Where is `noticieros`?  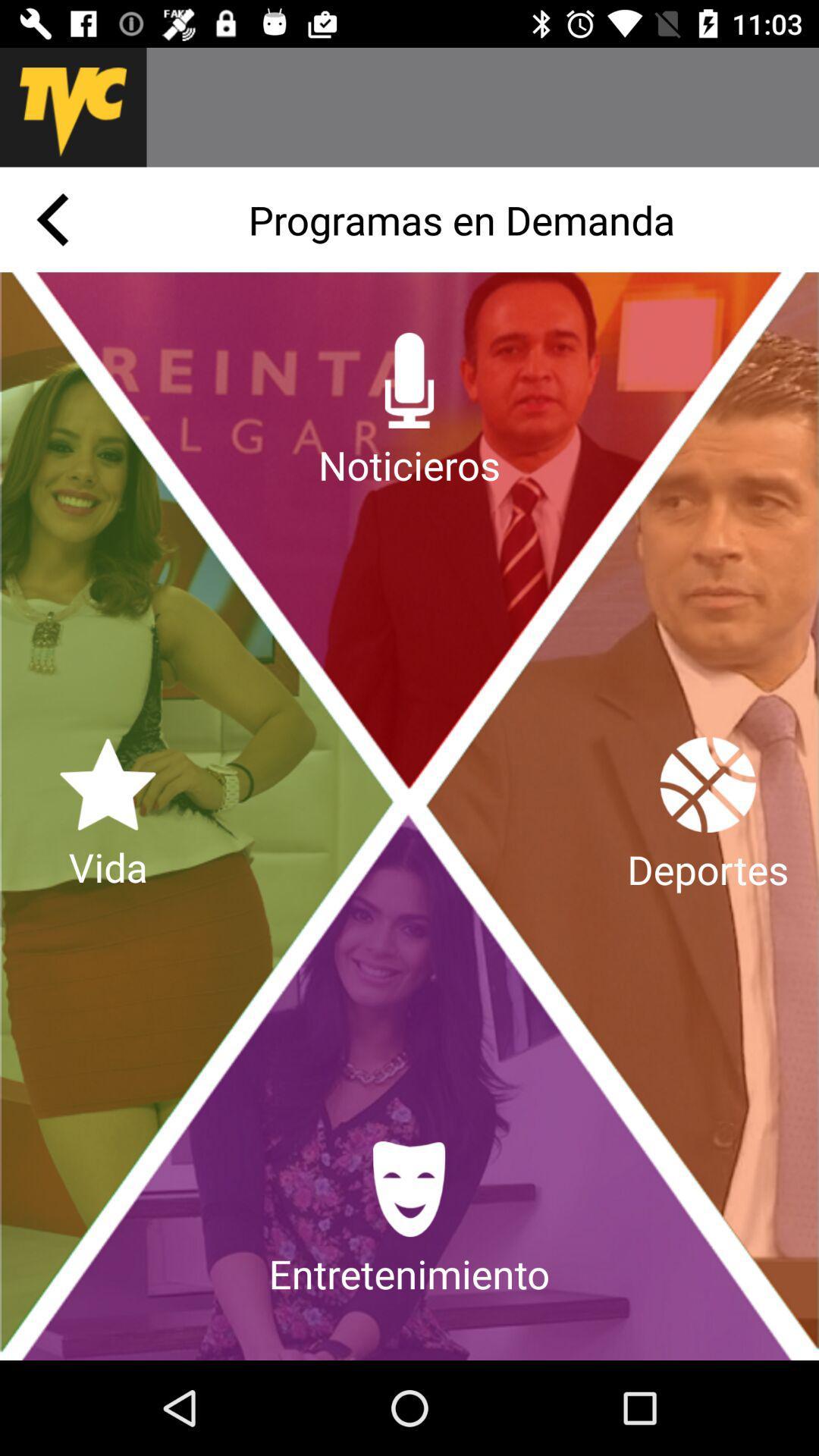 noticieros is located at coordinates (409, 412).